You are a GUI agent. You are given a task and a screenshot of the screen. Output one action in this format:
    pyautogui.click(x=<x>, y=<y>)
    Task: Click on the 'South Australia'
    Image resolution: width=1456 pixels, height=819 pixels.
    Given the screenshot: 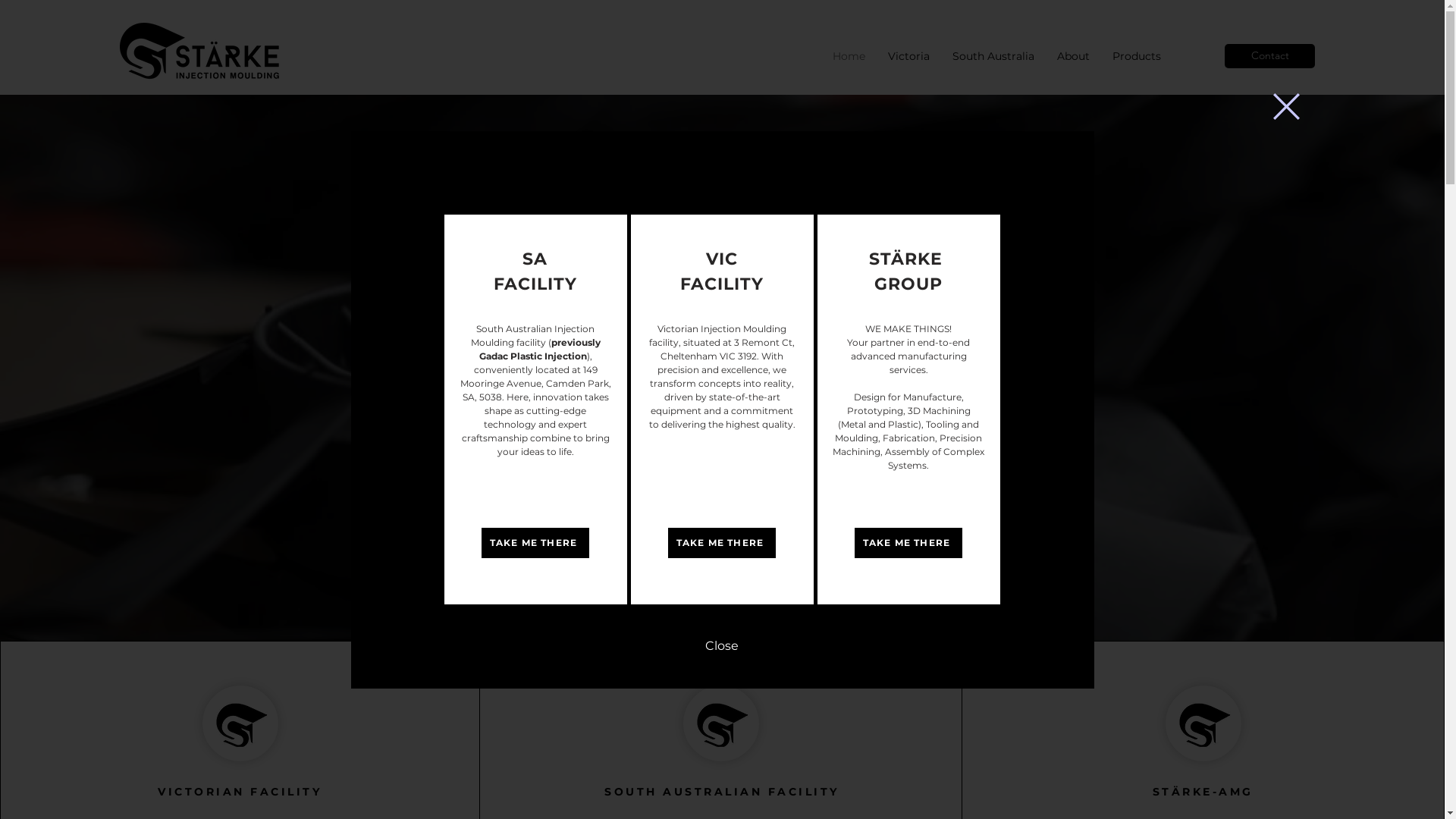 What is the action you would take?
    pyautogui.click(x=993, y=55)
    